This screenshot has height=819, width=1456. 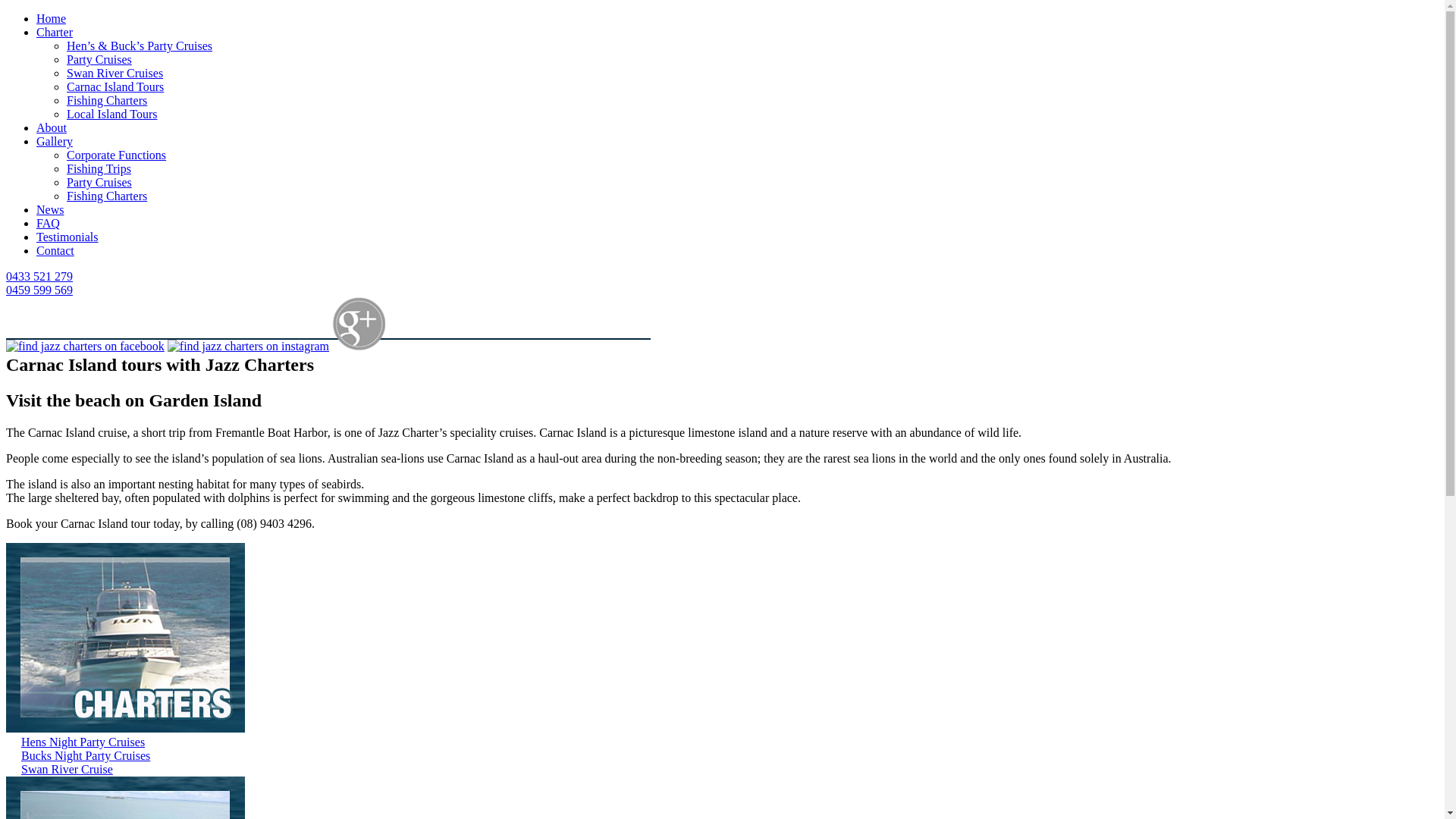 What do you see at coordinates (39, 276) in the screenshot?
I see `'0433 521 279'` at bounding box center [39, 276].